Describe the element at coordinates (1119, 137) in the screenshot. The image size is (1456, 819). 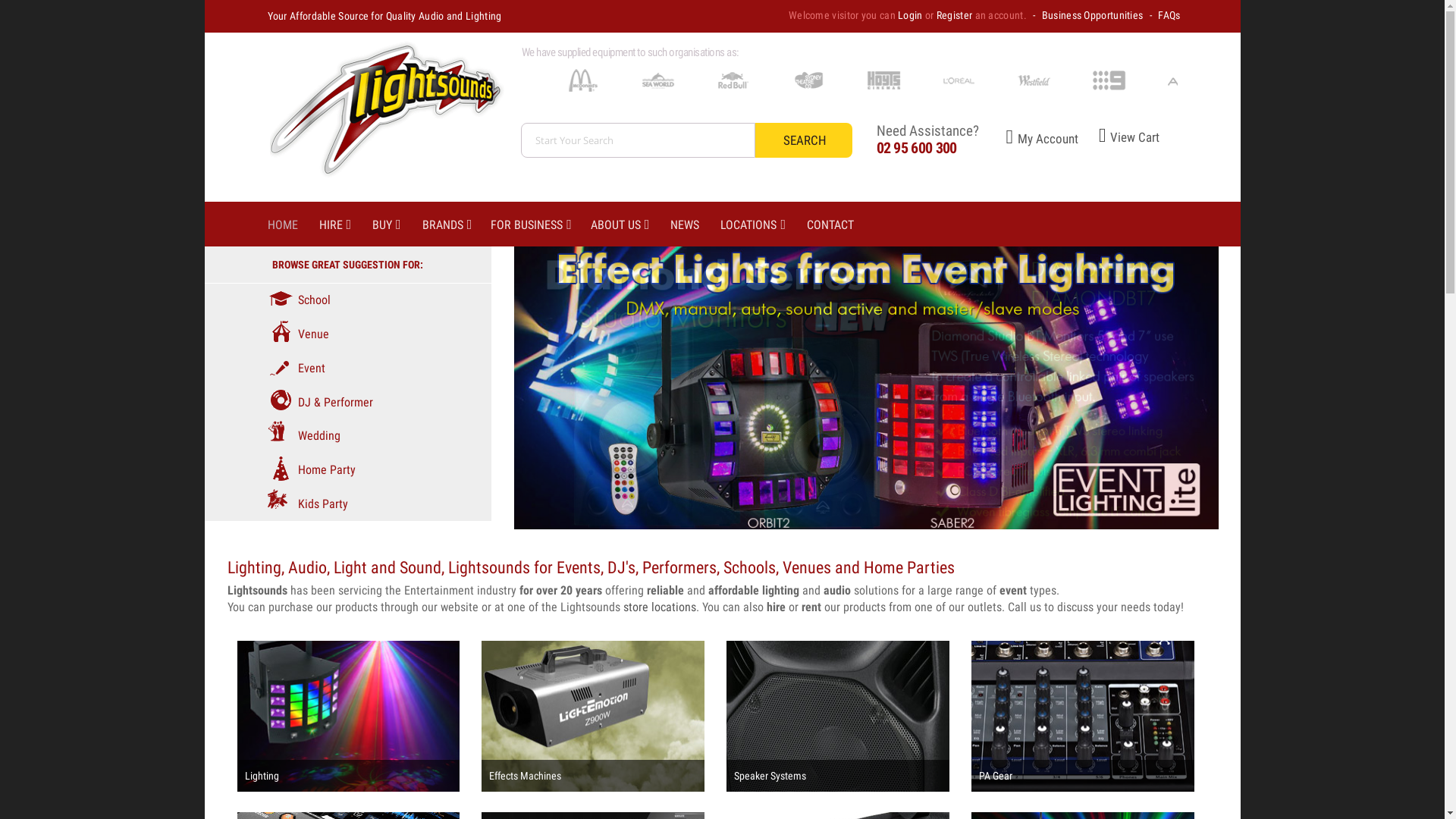
I see `'View Cart'` at that location.